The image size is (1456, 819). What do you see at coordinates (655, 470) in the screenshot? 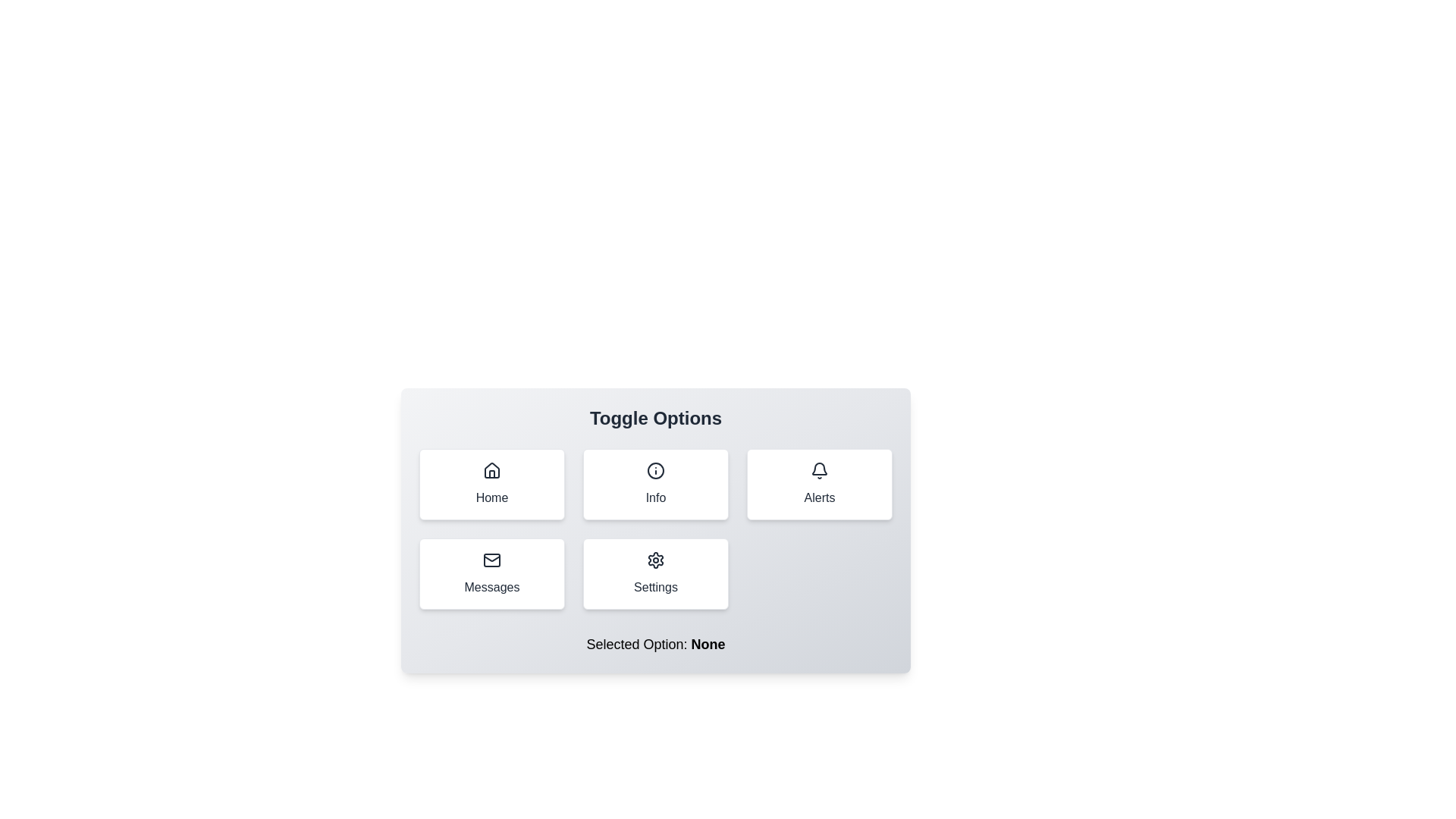
I see `the informational icon located in the upper middle position of the 'Info' card within the selection interface` at bounding box center [655, 470].